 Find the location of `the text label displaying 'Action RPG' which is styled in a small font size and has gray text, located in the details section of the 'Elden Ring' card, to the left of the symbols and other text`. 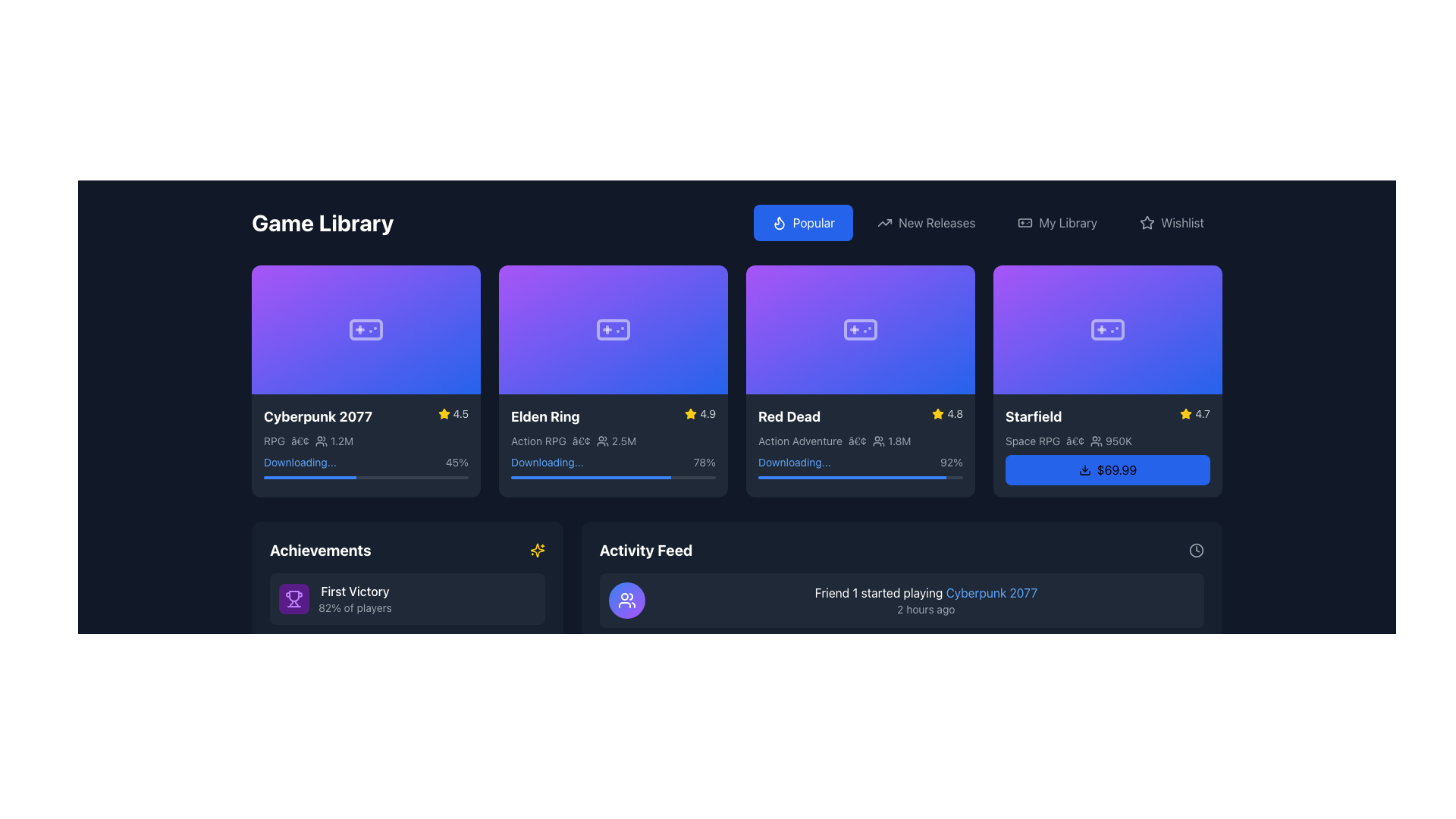

the text label displaying 'Action RPG' which is styled in a small font size and has gray text, located in the details section of the 'Elden Ring' card, to the left of the symbols and other text is located at coordinates (538, 441).